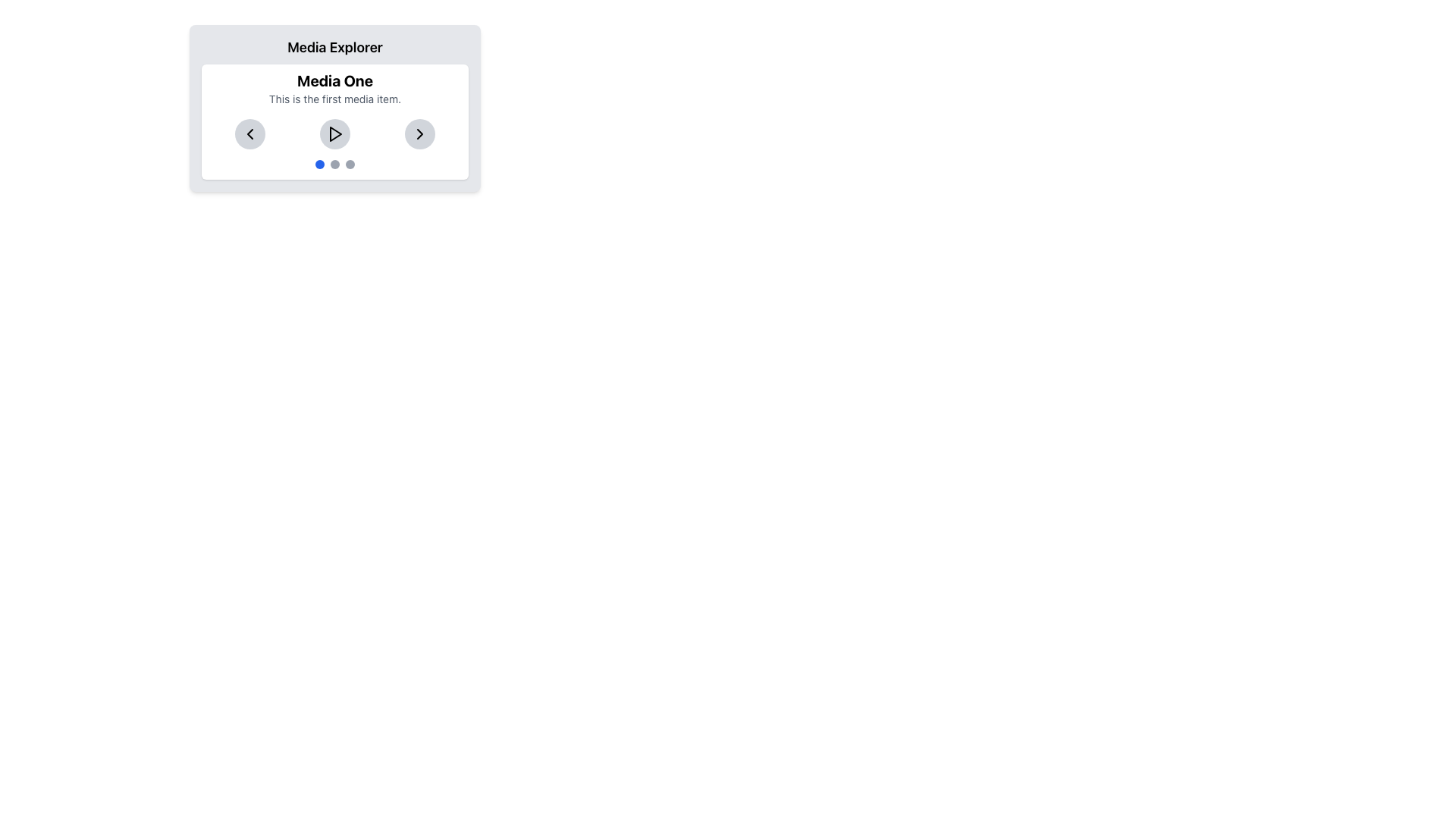 The image size is (1456, 819). I want to click on the forward navigation button located in the rightmost position of the media player control section below 'Media Explorer' and 'Media One', so click(419, 133).